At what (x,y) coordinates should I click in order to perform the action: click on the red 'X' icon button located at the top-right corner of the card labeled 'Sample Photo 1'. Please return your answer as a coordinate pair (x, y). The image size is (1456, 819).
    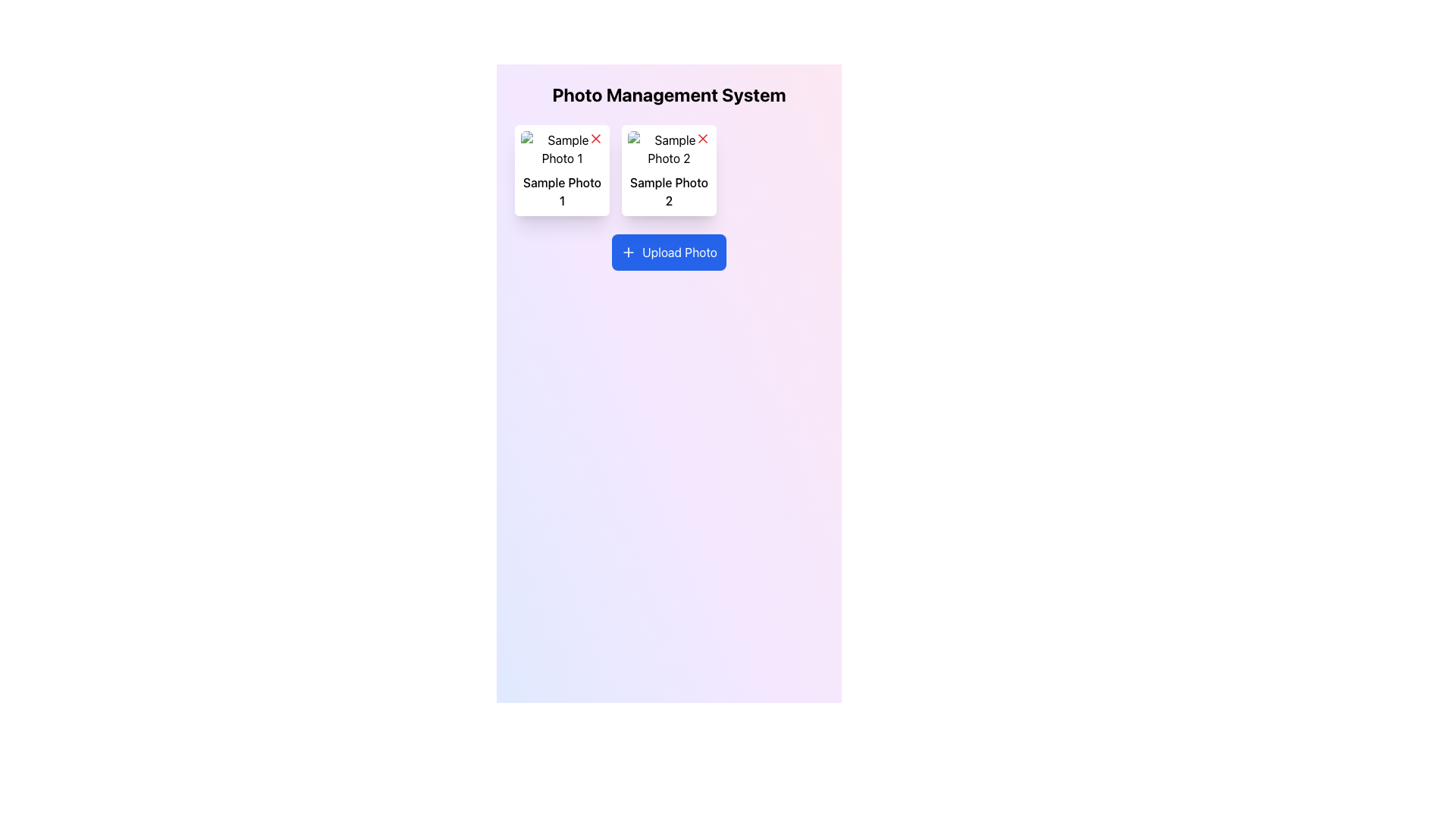
    Looking at the image, I should click on (595, 138).